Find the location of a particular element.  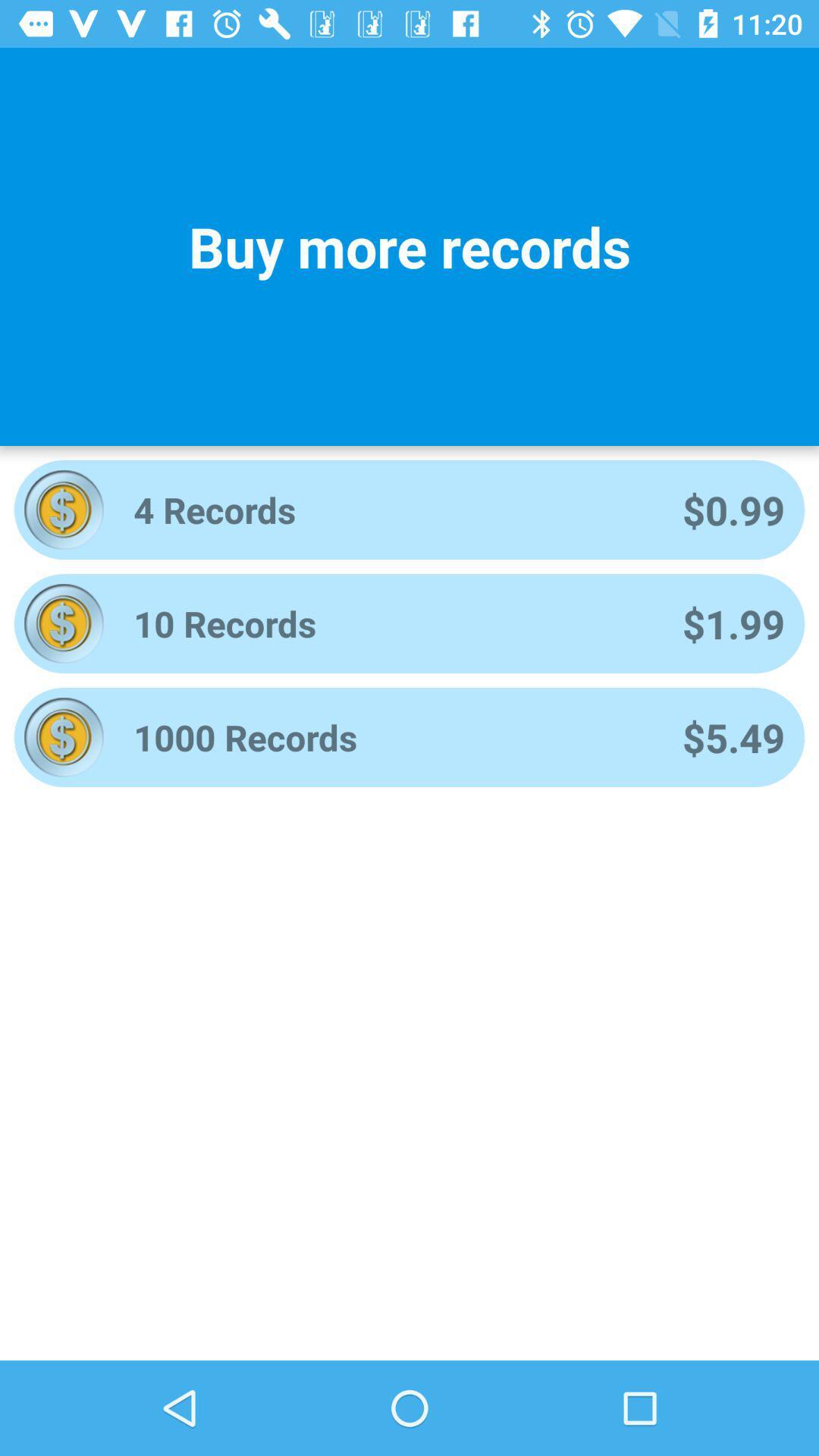

the 10 records app is located at coordinates (387, 623).